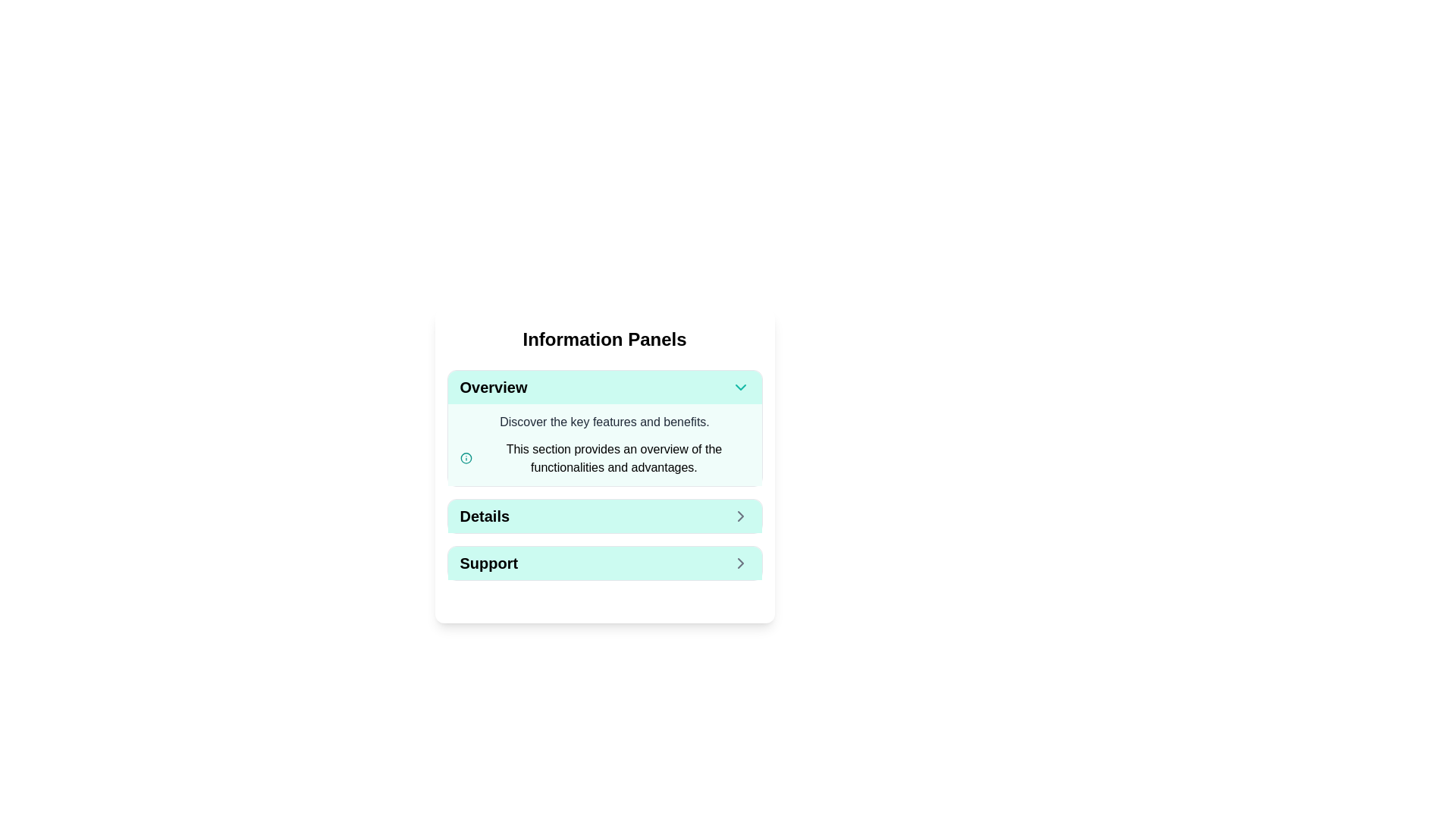  What do you see at coordinates (465, 458) in the screenshot?
I see `the icon located at the beginning of the line in the 'Overview' panel that precedes the text 'This section provides an overview of the functionalities and advantages.'` at bounding box center [465, 458].